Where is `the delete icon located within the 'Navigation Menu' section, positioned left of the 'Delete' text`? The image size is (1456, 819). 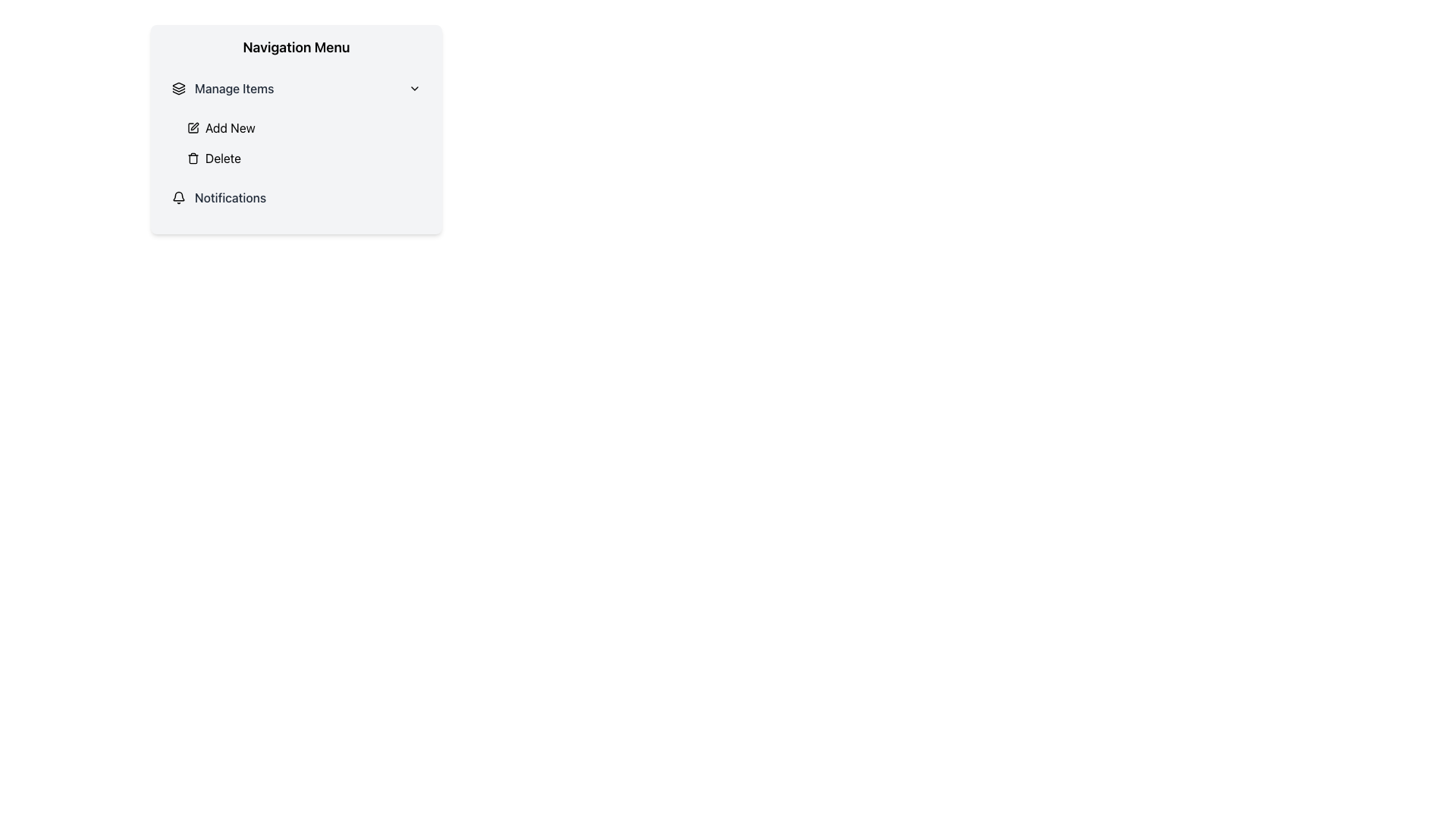
the delete icon located within the 'Navigation Menu' section, positioned left of the 'Delete' text is located at coordinates (192, 158).